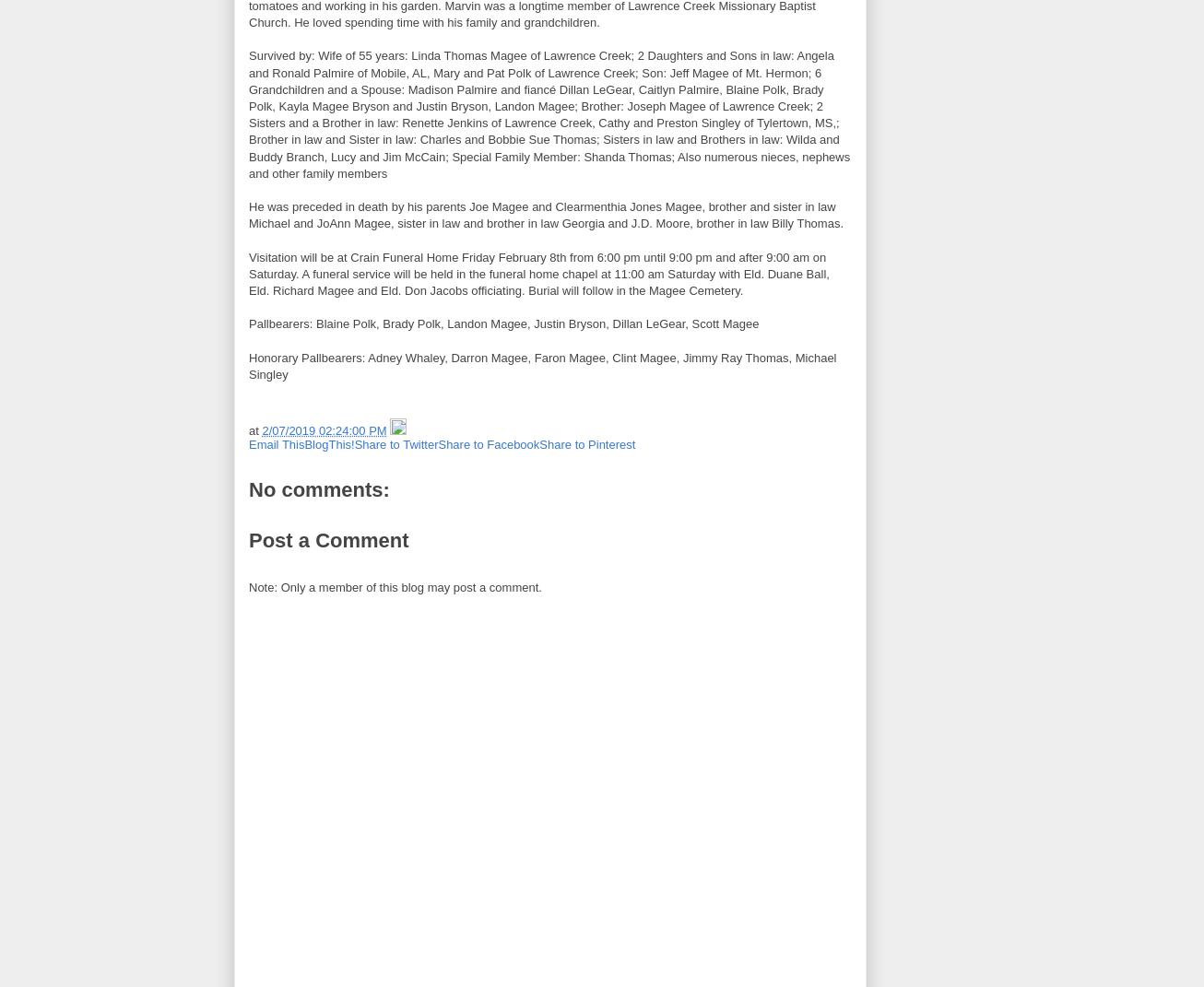 This screenshot has width=1204, height=987. I want to click on 'BlogThis!', so click(328, 442).